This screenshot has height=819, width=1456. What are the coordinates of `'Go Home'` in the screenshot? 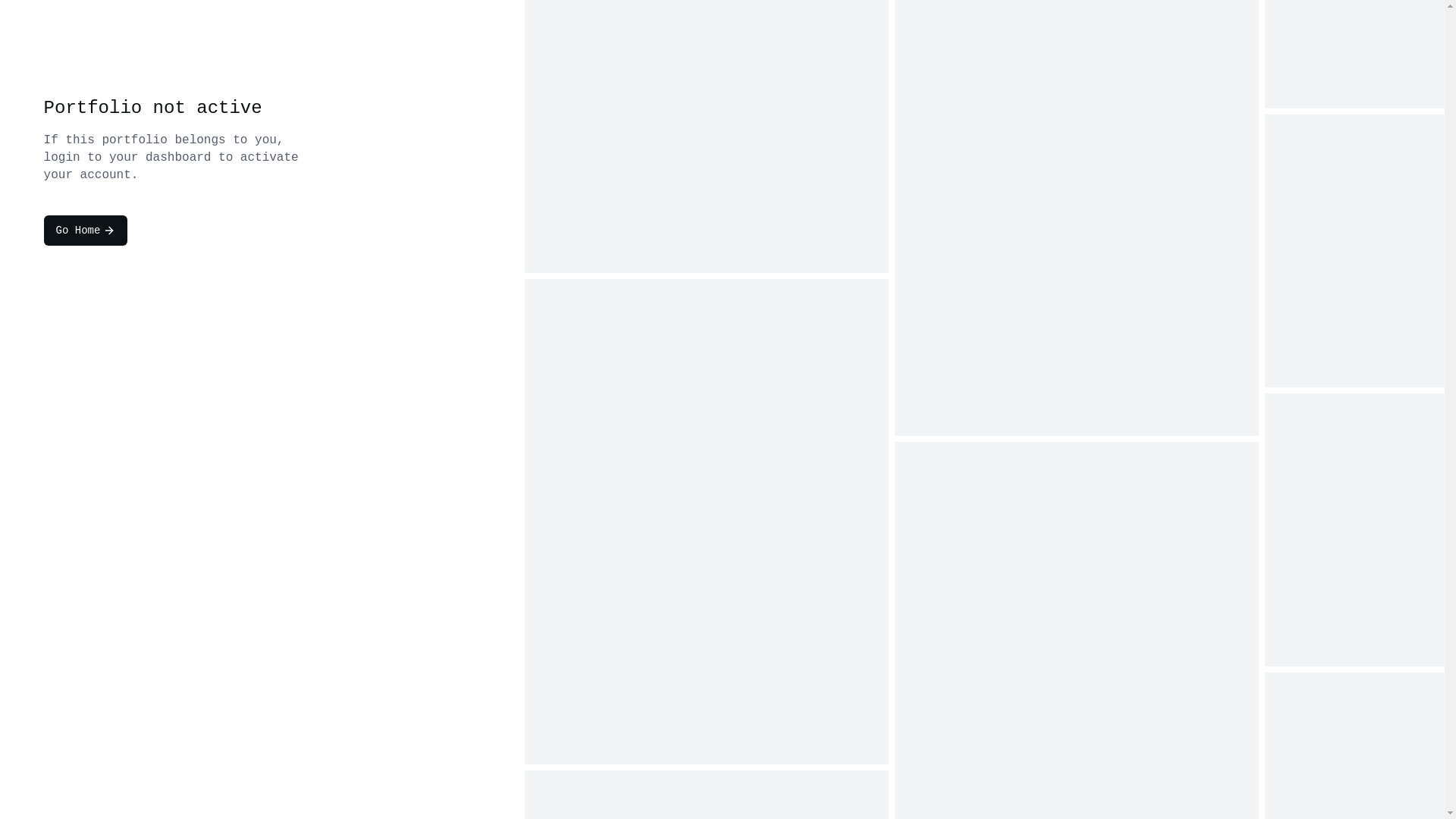 It's located at (85, 231).